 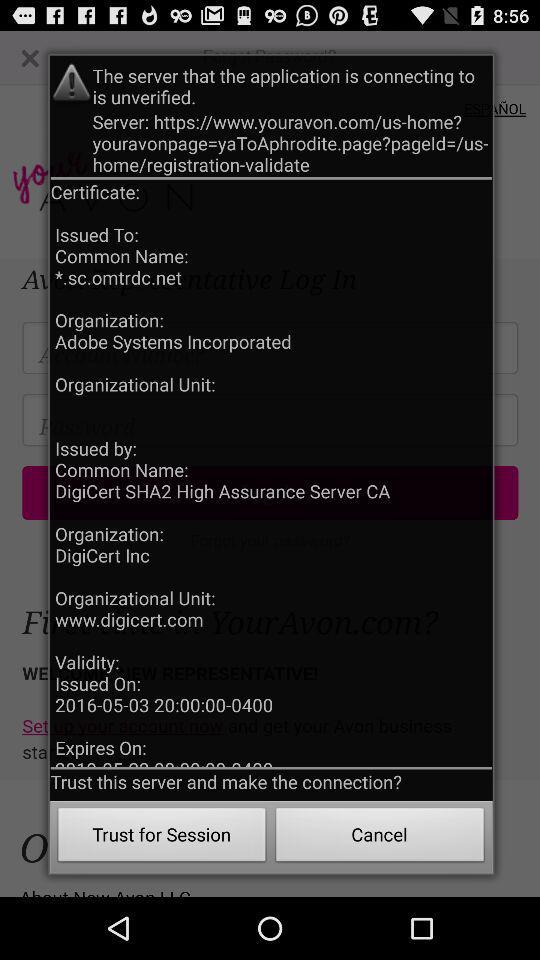 What do you see at coordinates (161, 837) in the screenshot?
I see `the icon below the trust this server icon` at bounding box center [161, 837].